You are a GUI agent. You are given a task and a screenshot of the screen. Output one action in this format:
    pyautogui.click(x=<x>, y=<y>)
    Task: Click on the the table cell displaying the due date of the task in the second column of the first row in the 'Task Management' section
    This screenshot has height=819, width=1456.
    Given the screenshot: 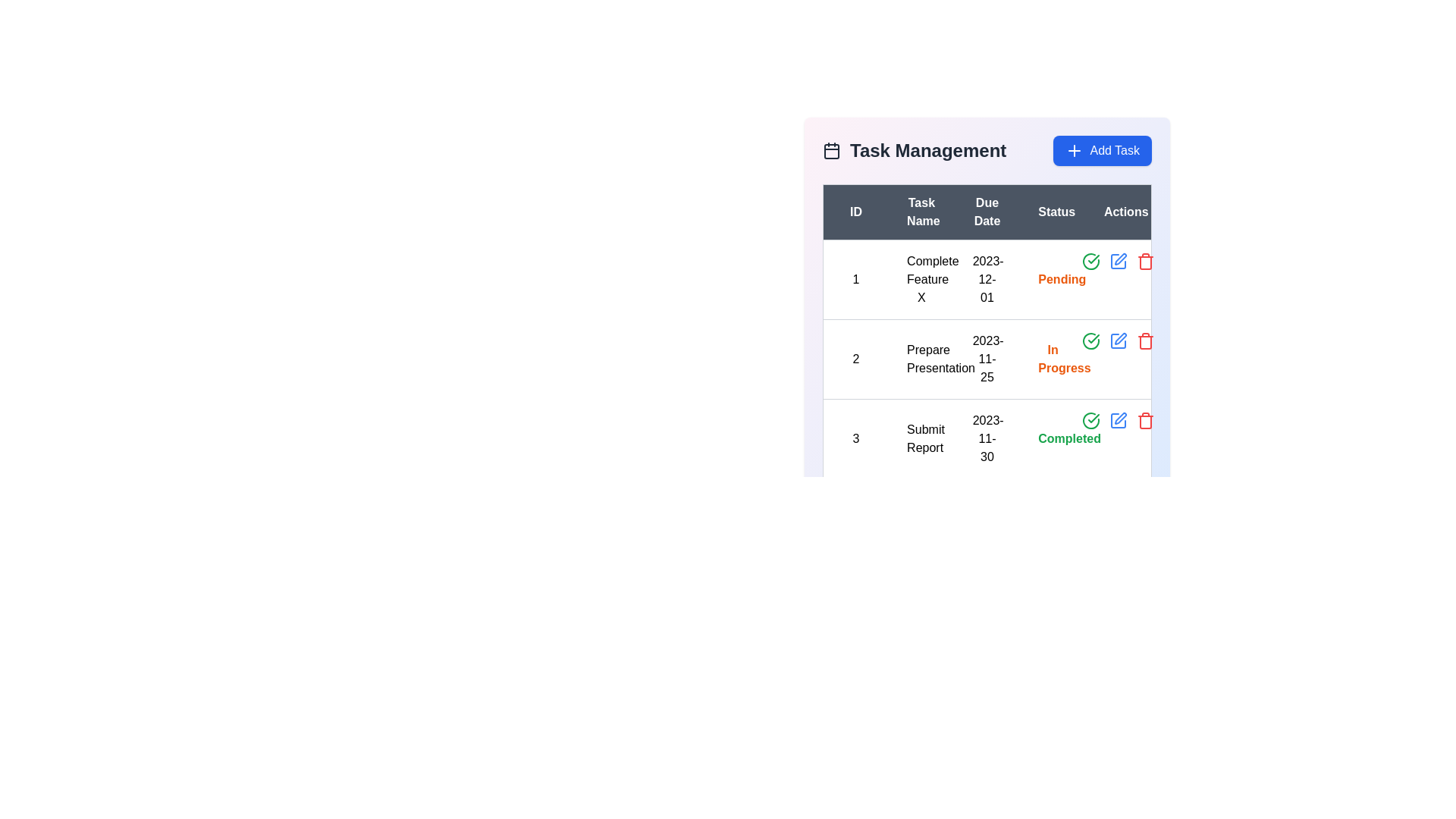 What is the action you would take?
    pyautogui.click(x=987, y=288)
    